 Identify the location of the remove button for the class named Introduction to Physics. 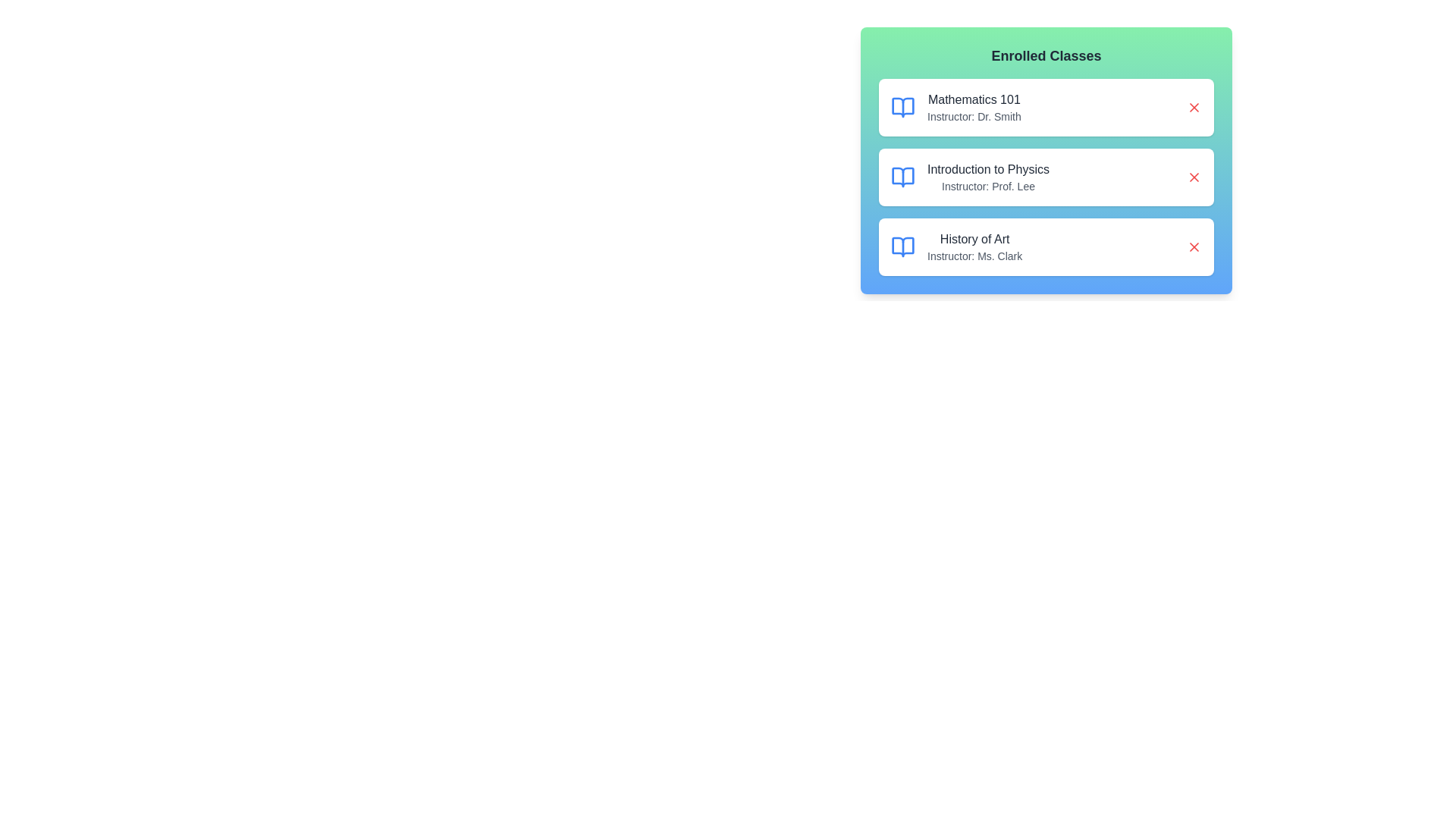
(1193, 177).